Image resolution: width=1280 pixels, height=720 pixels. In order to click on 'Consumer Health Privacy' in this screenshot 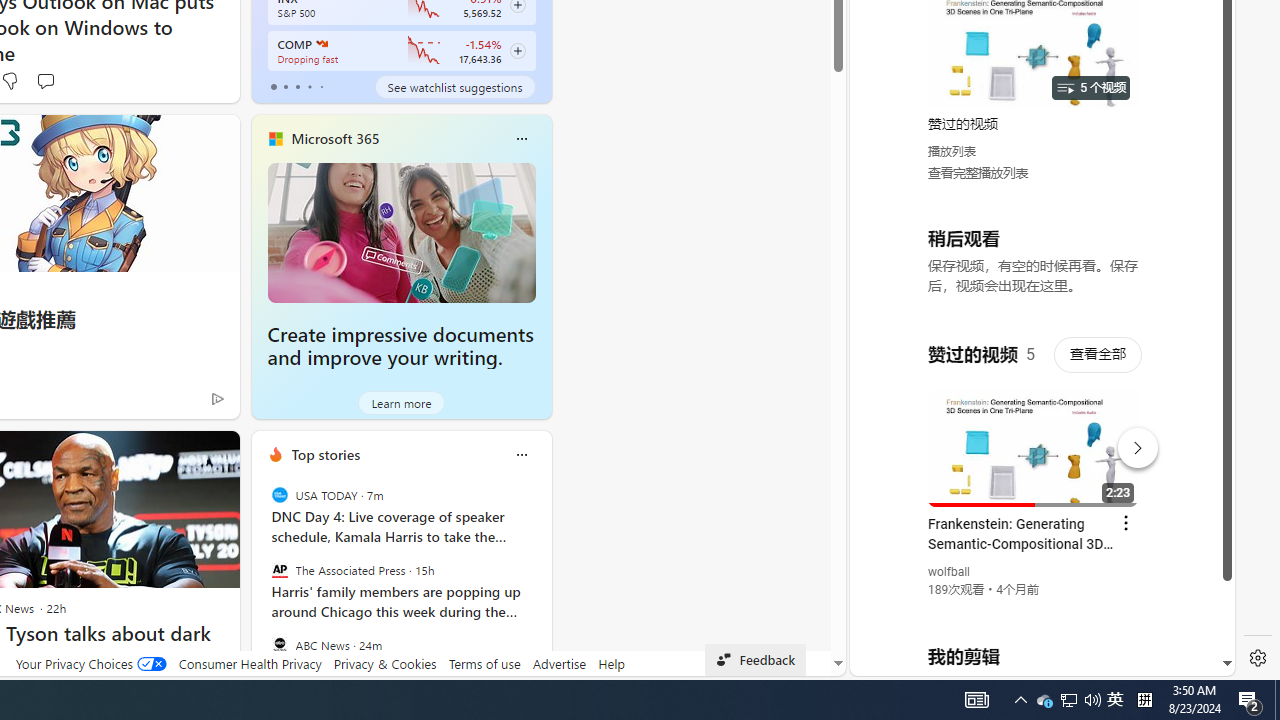, I will do `click(249, 663)`.